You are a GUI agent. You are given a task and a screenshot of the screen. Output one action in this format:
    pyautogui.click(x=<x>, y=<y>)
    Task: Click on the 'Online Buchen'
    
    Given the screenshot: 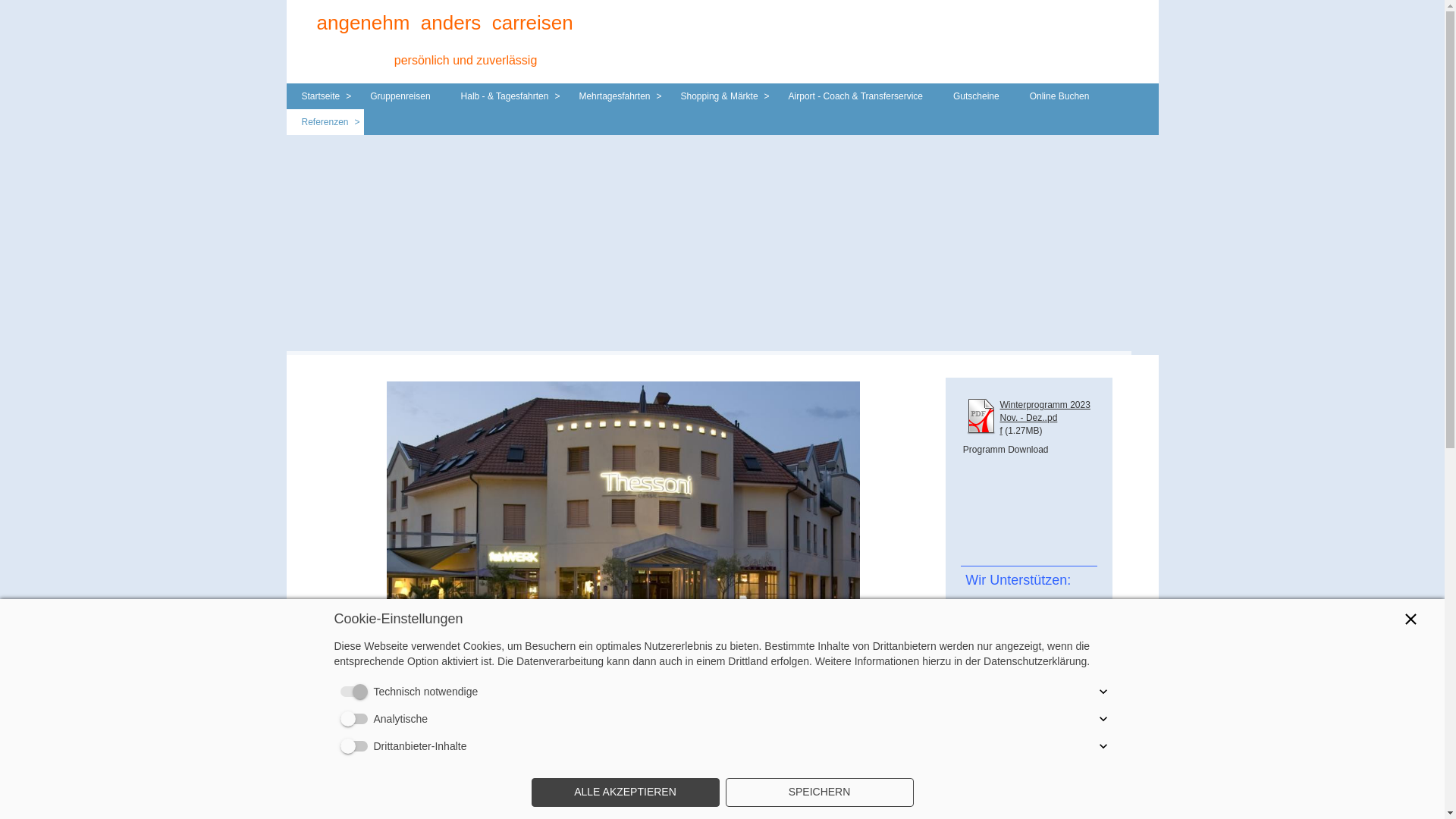 What is the action you would take?
    pyautogui.click(x=1015, y=96)
    